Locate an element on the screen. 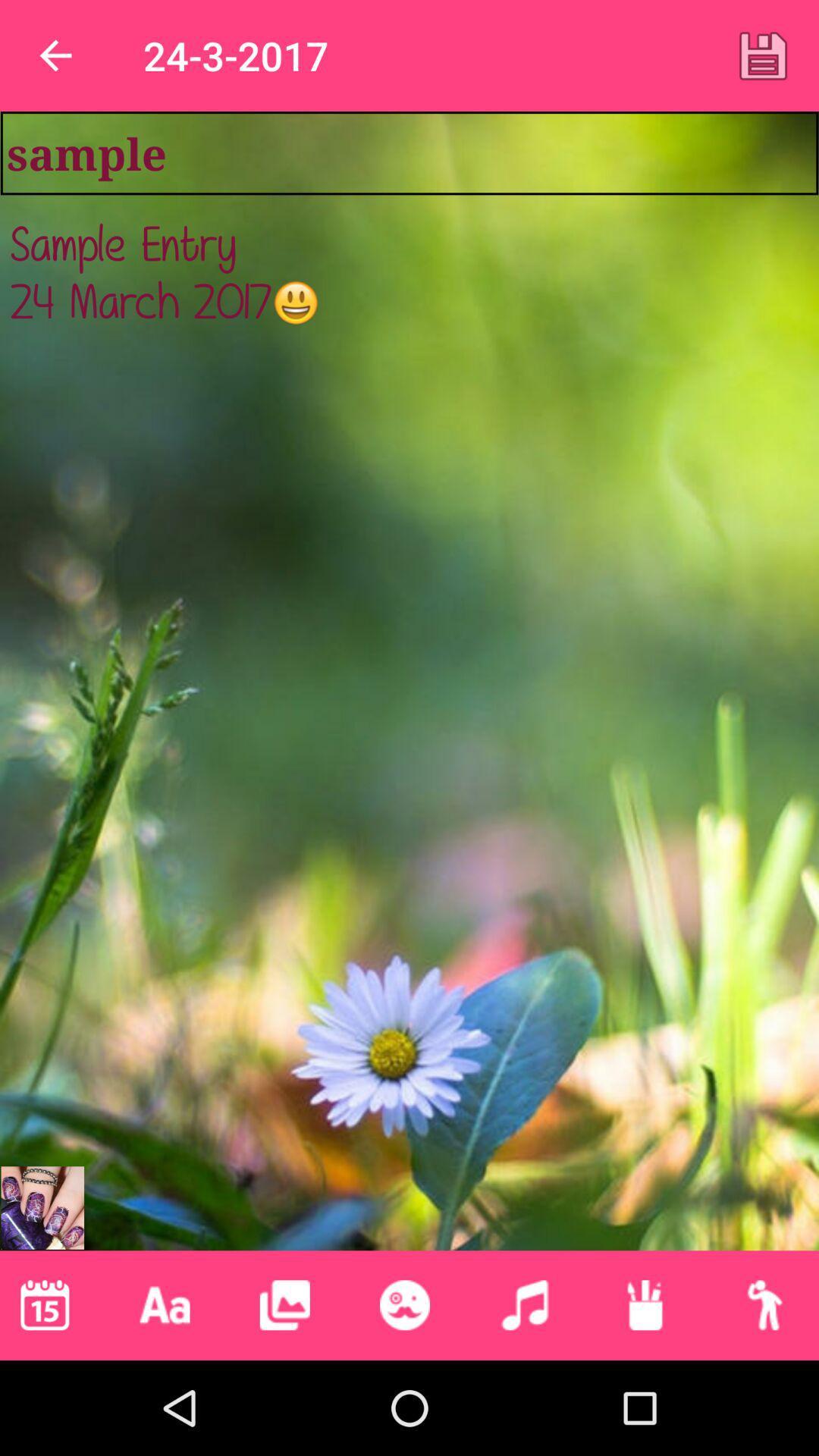 This screenshot has height=1456, width=819. the icon below the sample entry 24 item is located at coordinates (42, 1207).